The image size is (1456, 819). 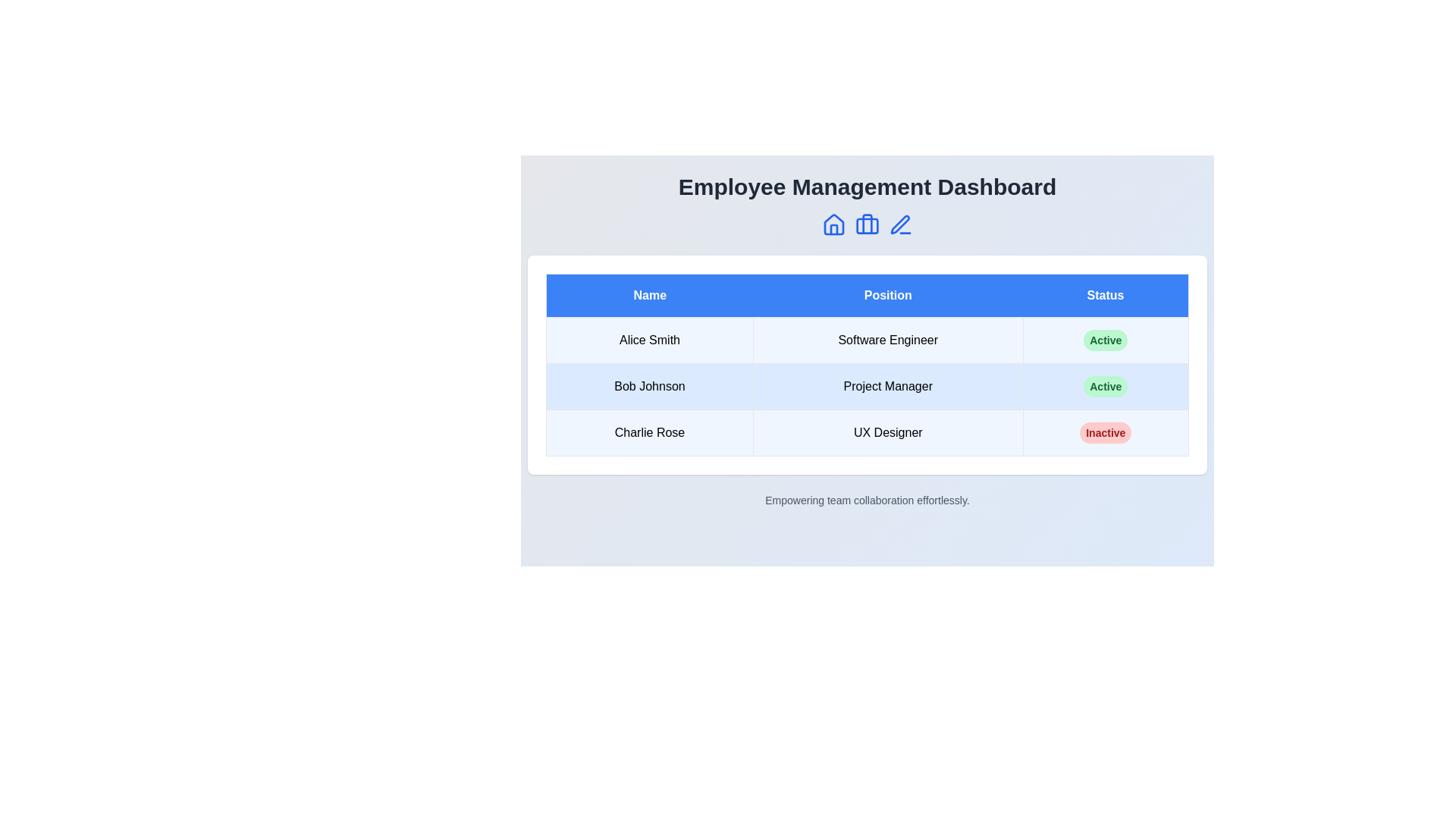 What do you see at coordinates (649, 432) in the screenshot?
I see `the Text label displaying the name 'Charlie Rose' located in the third row of the table under the 'Name' column` at bounding box center [649, 432].